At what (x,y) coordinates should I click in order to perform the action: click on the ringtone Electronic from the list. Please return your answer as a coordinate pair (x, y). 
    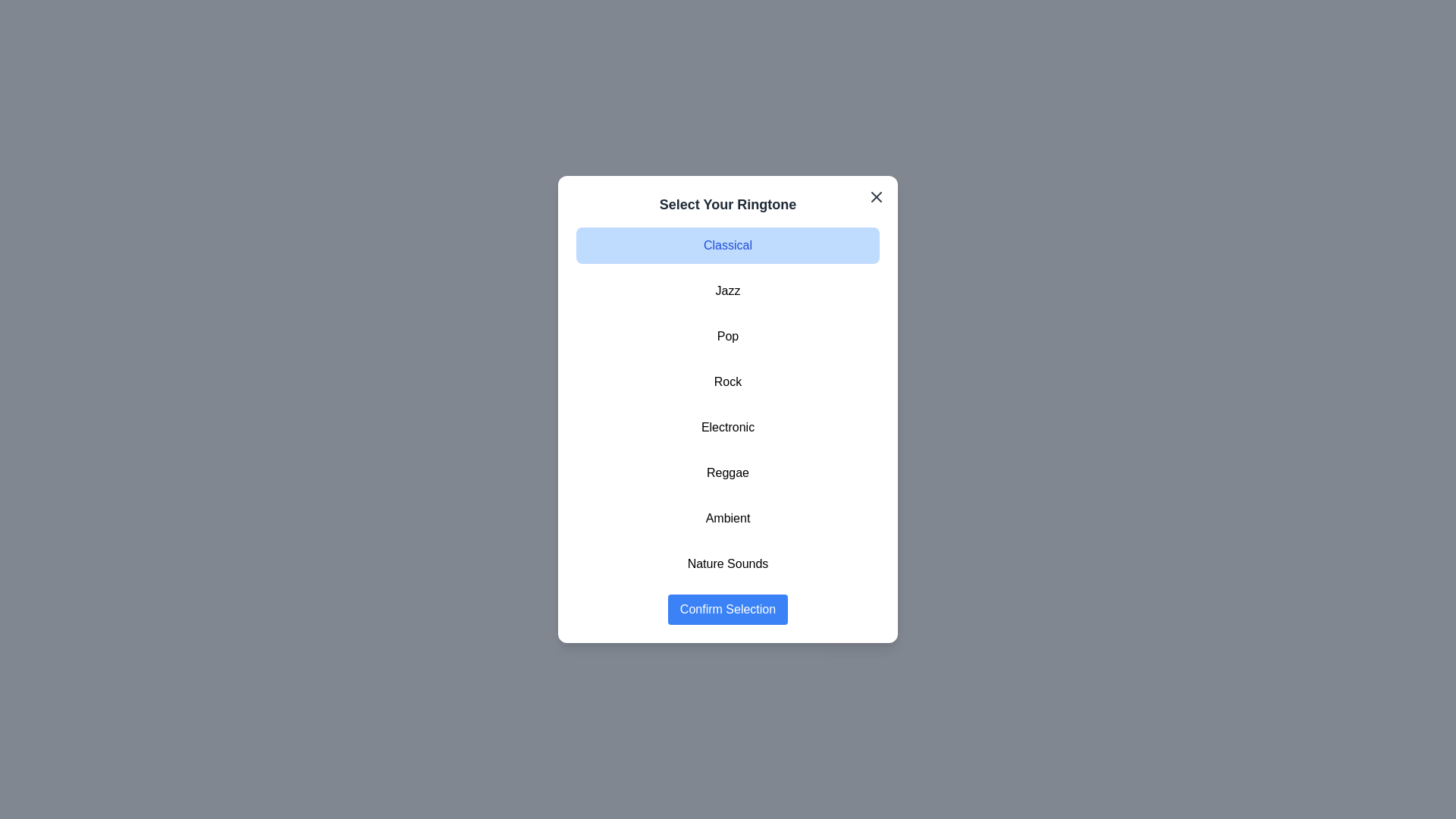
    Looking at the image, I should click on (728, 427).